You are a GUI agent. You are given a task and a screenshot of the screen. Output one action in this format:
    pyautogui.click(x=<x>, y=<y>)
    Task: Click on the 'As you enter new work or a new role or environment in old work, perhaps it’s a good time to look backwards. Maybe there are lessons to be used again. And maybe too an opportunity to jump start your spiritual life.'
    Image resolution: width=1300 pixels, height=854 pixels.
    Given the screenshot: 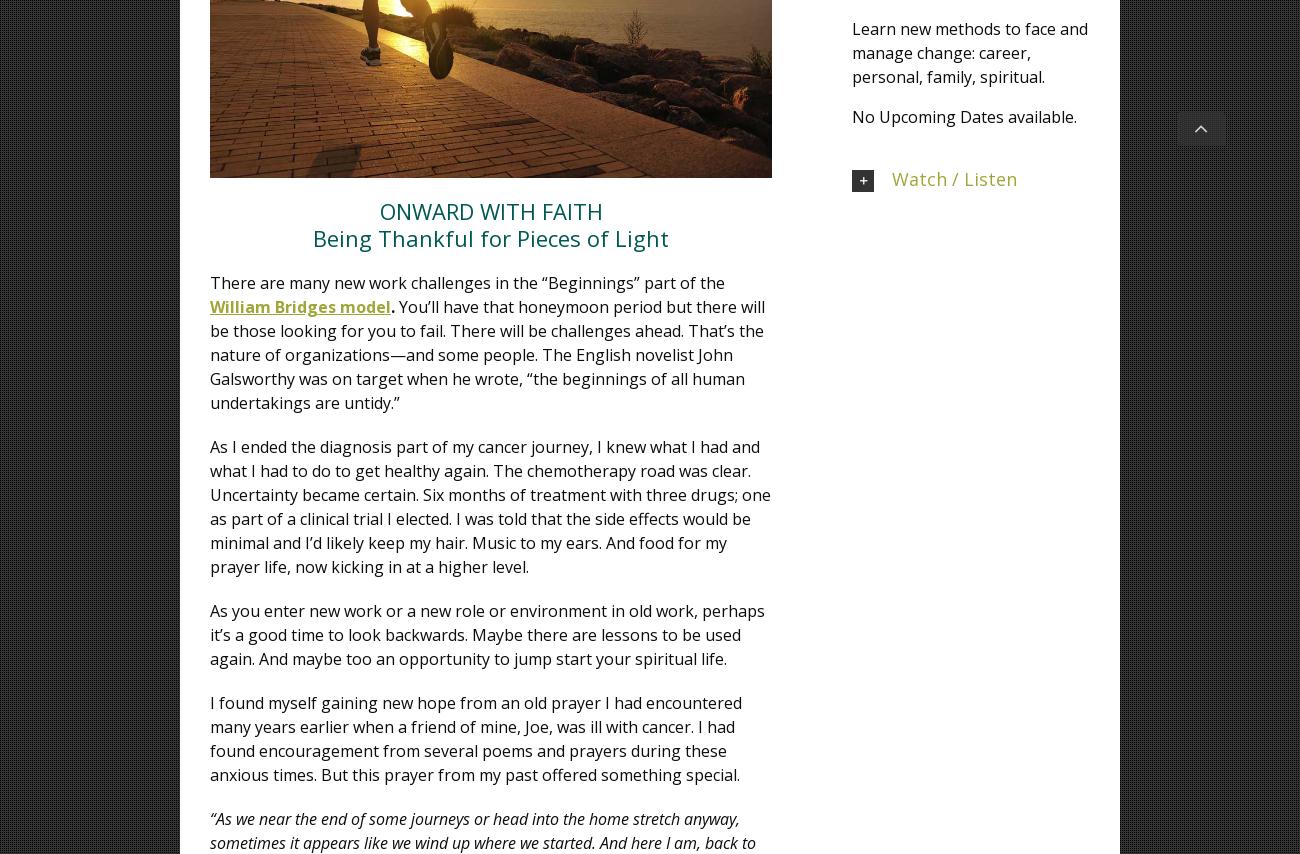 What is the action you would take?
    pyautogui.click(x=209, y=634)
    